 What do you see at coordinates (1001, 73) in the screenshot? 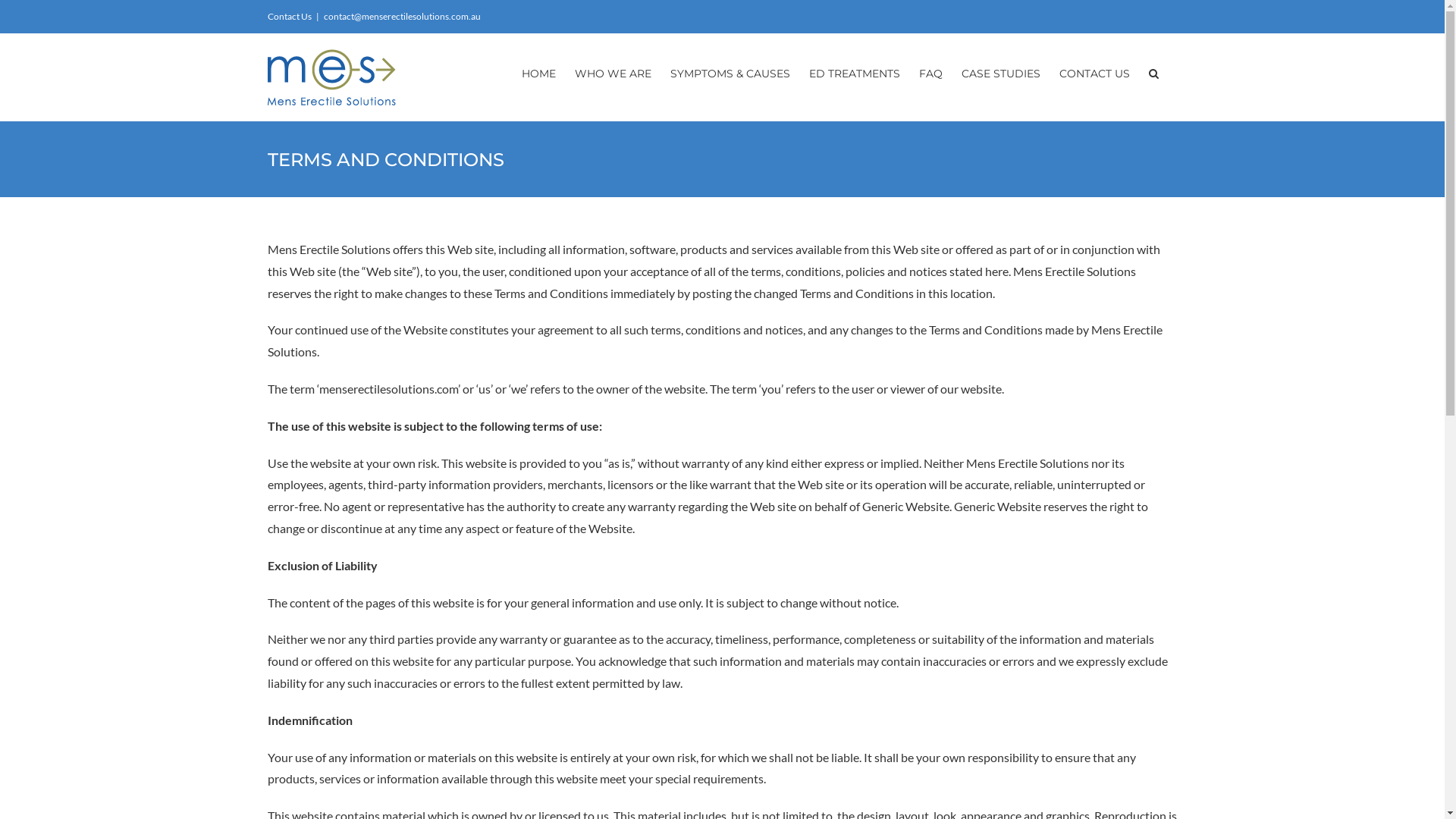
I see `'CASE STUDIES'` at bounding box center [1001, 73].